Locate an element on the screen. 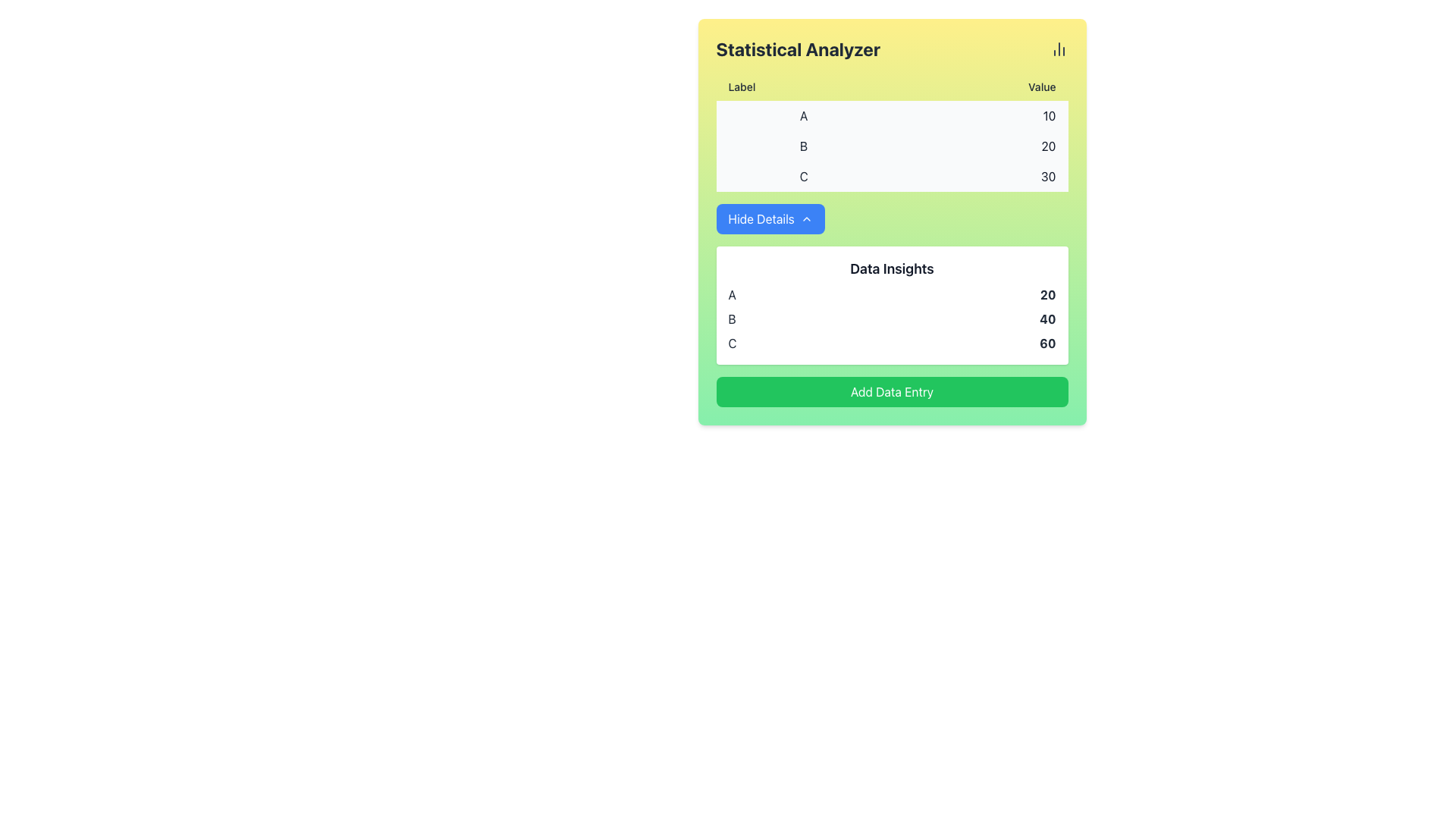 This screenshot has width=1456, height=819. the text label 'C' located below the 'Data Insights' section, aligned with the numeric value '60' is located at coordinates (733, 343).